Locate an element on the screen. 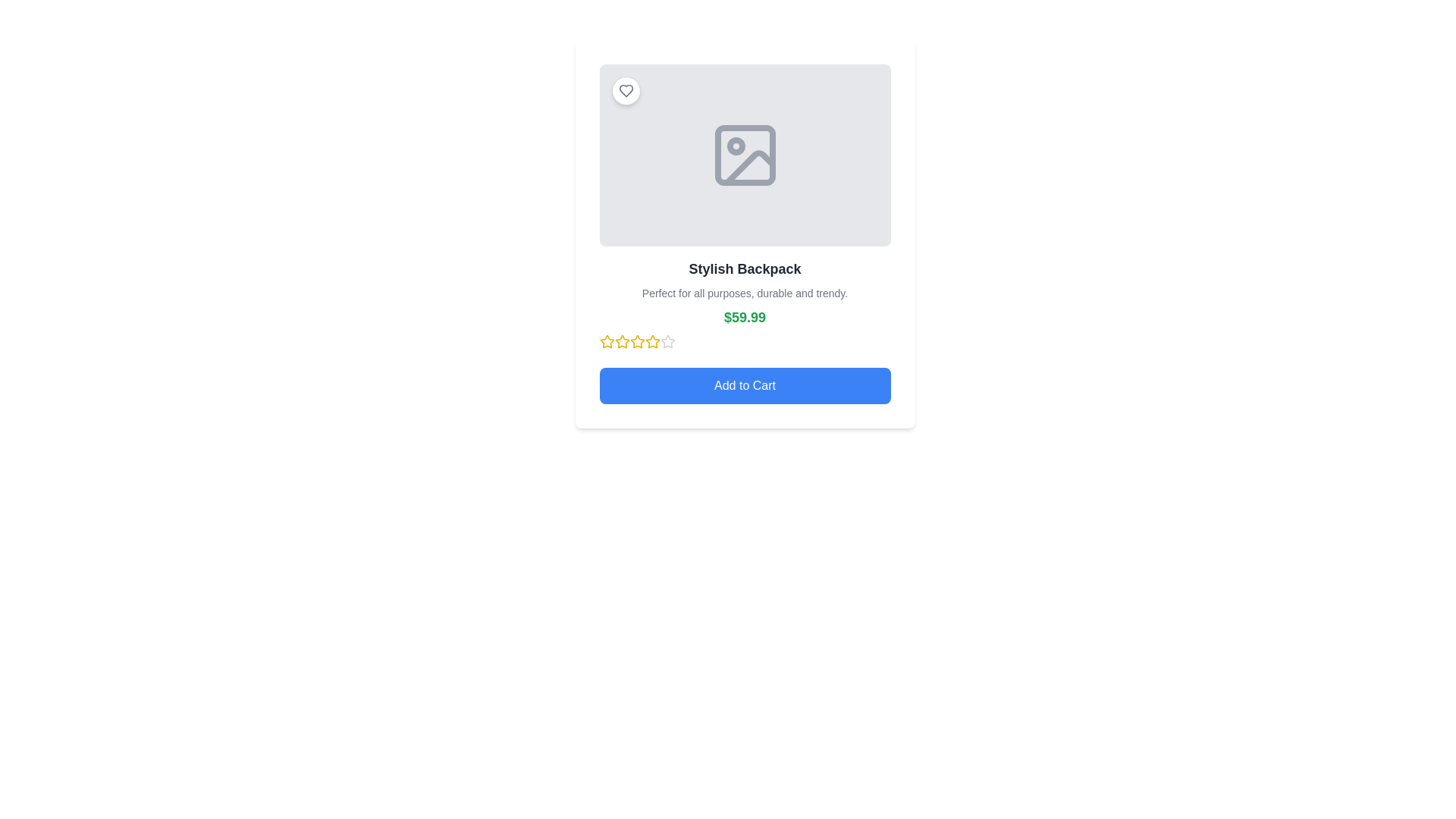  the first yellow star icon in the rating stars group is located at coordinates (607, 342).